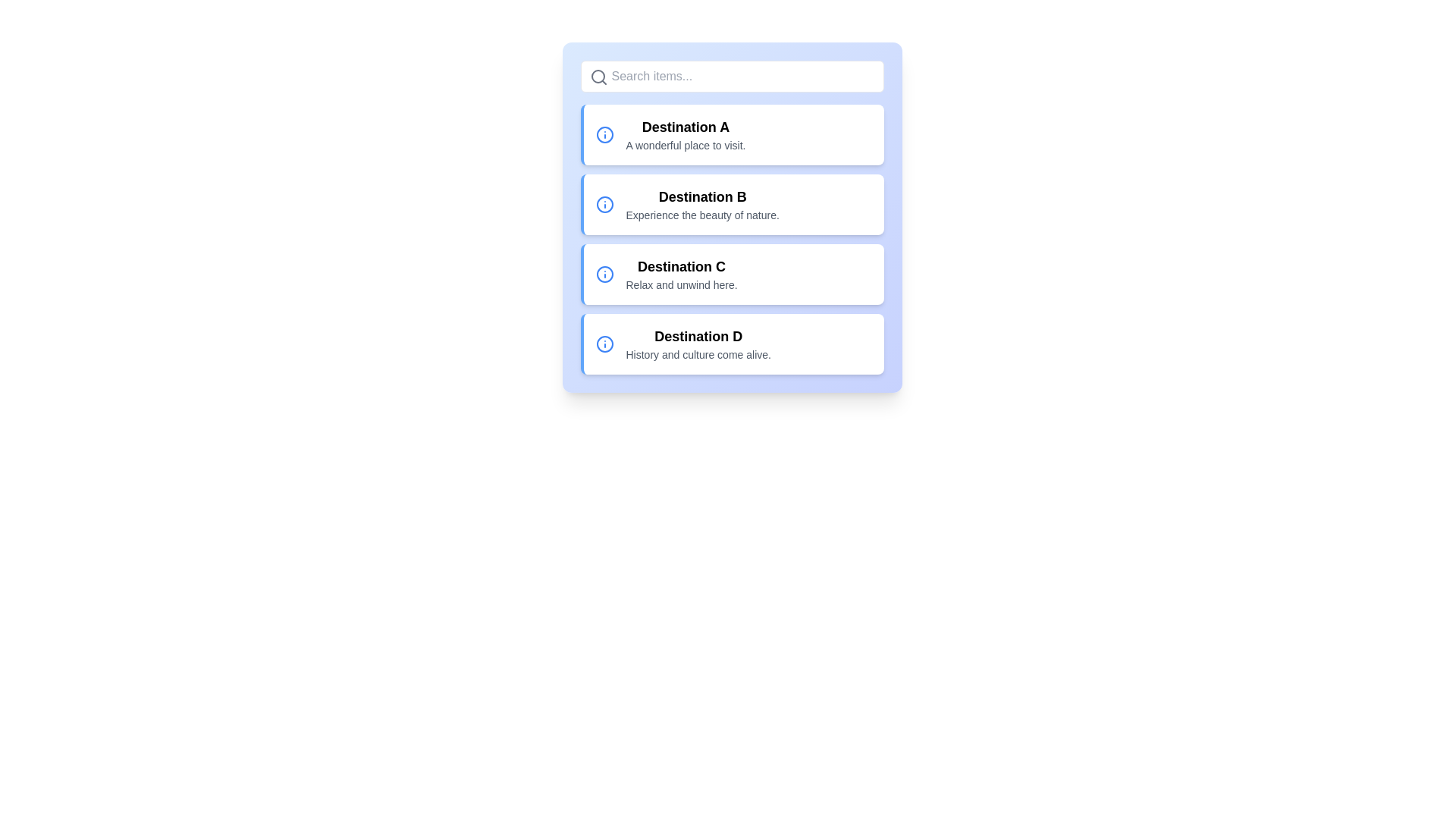  What do you see at coordinates (685, 146) in the screenshot?
I see `the text label providing additional context for 'Destination A' for copying` at bounding box center [685, 146].